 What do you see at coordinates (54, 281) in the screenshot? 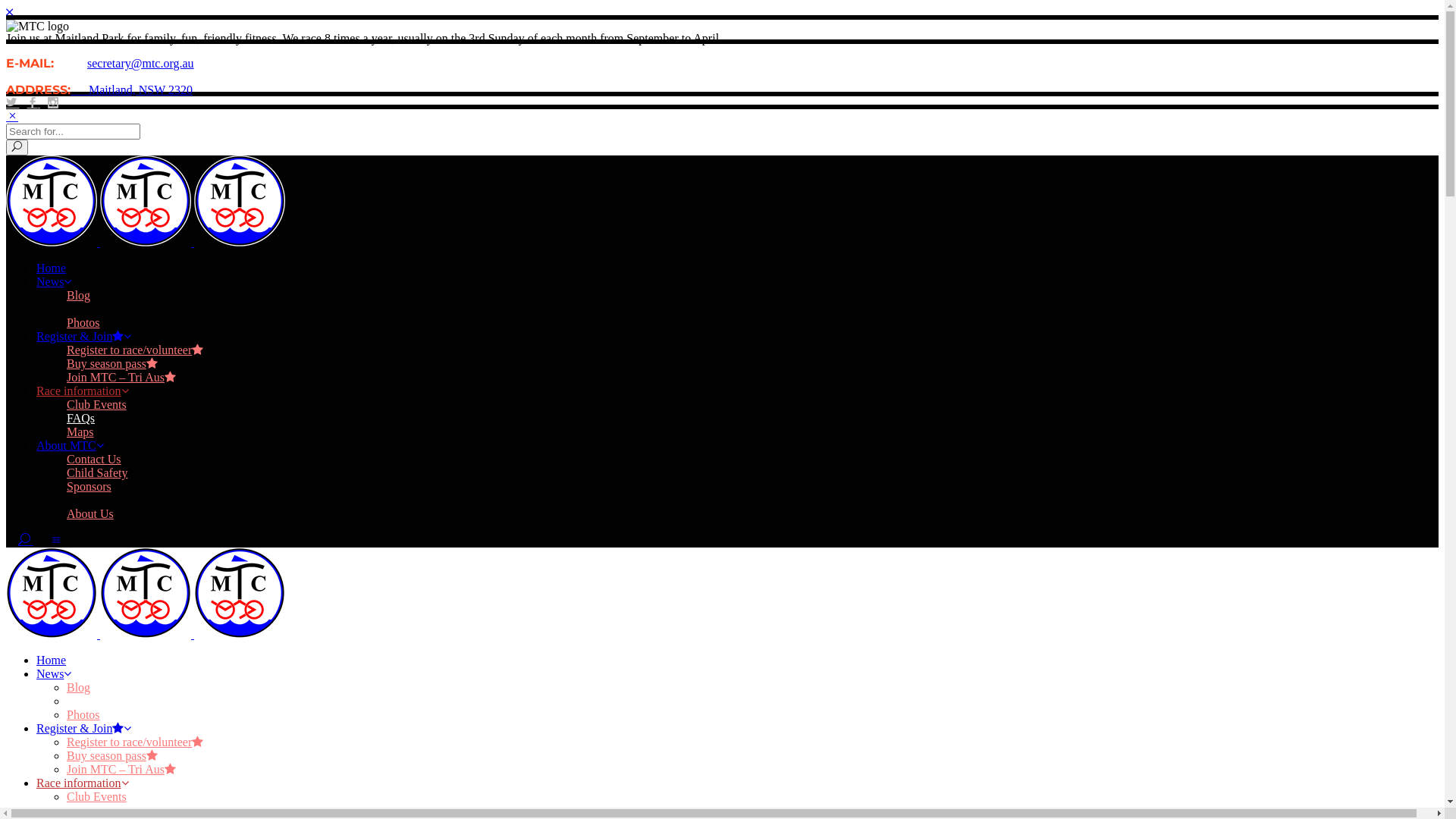
I see `'News'` at bounding box center [54, 281].